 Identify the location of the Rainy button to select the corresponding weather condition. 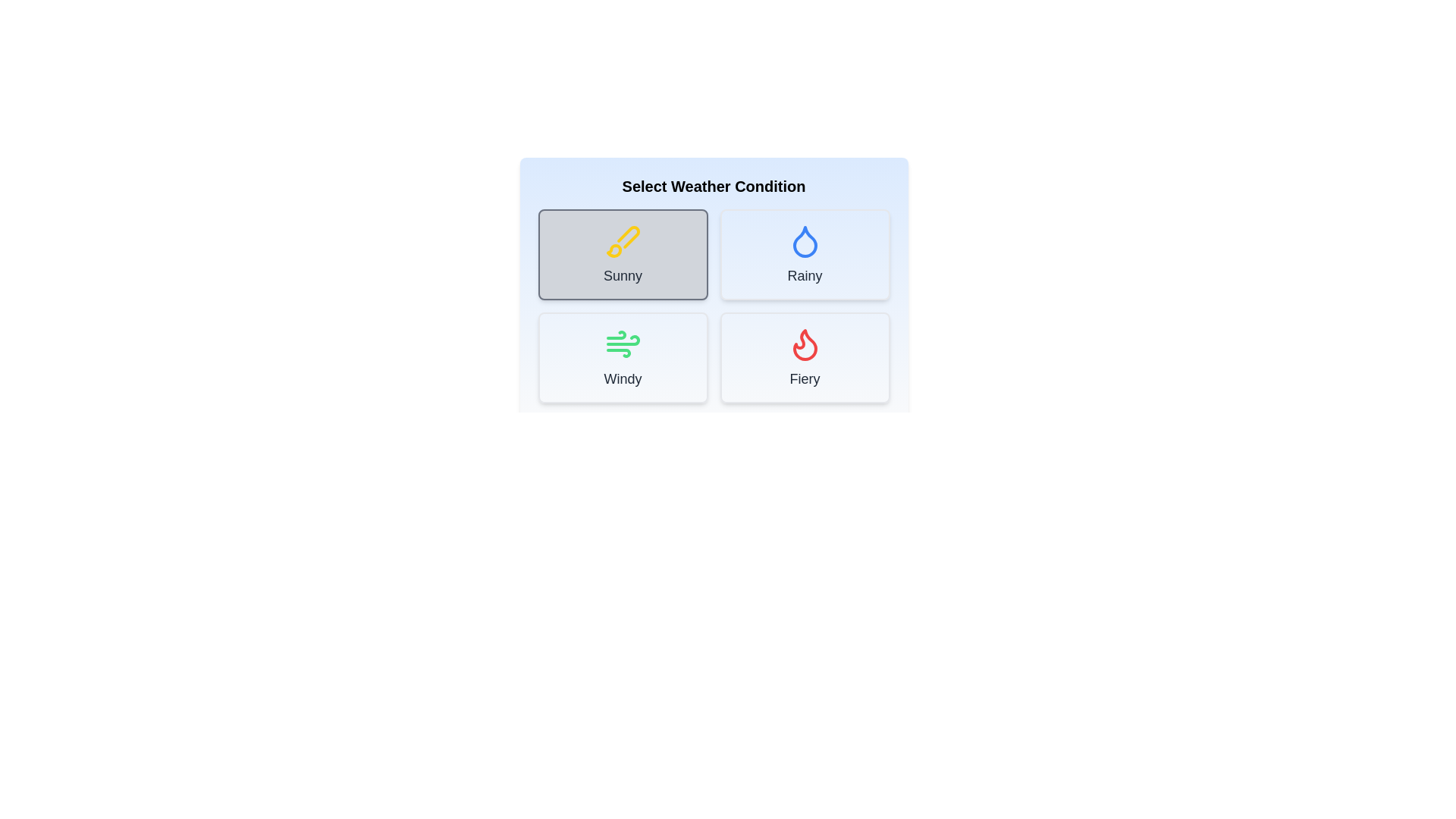
(804, 253).